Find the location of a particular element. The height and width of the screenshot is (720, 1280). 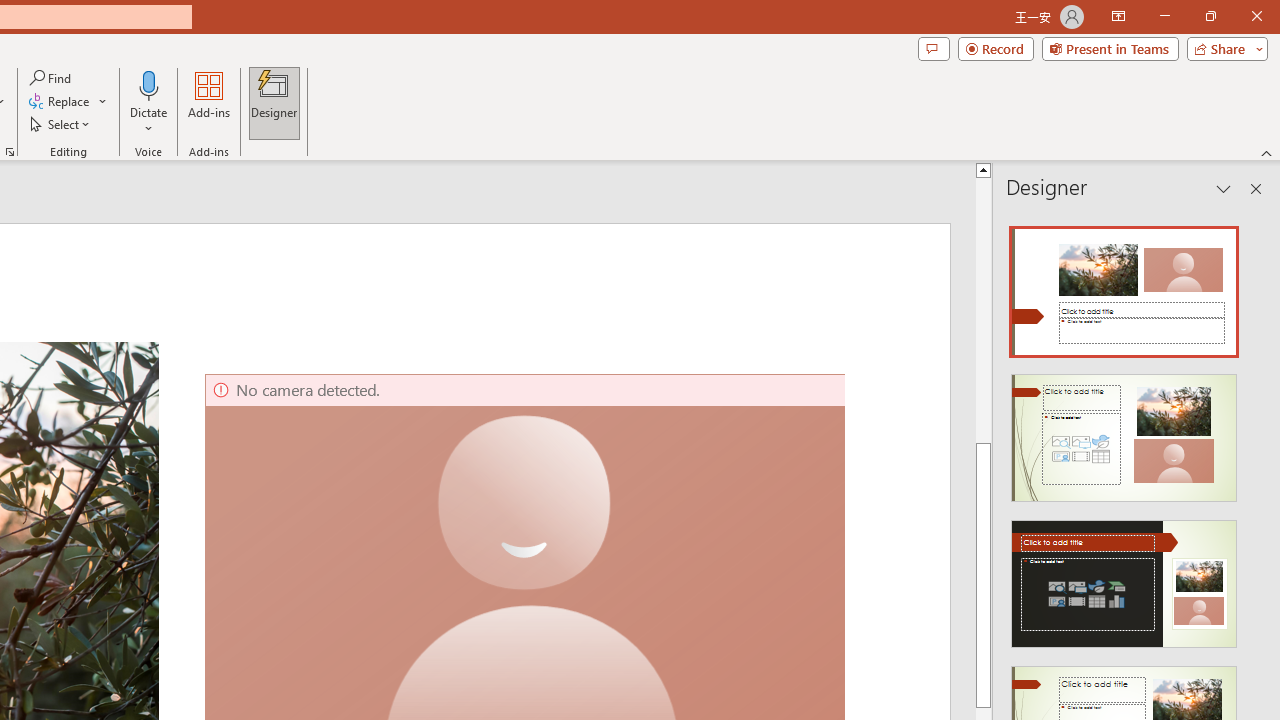

'Restore Down' is located at coordinates (1209, 16).